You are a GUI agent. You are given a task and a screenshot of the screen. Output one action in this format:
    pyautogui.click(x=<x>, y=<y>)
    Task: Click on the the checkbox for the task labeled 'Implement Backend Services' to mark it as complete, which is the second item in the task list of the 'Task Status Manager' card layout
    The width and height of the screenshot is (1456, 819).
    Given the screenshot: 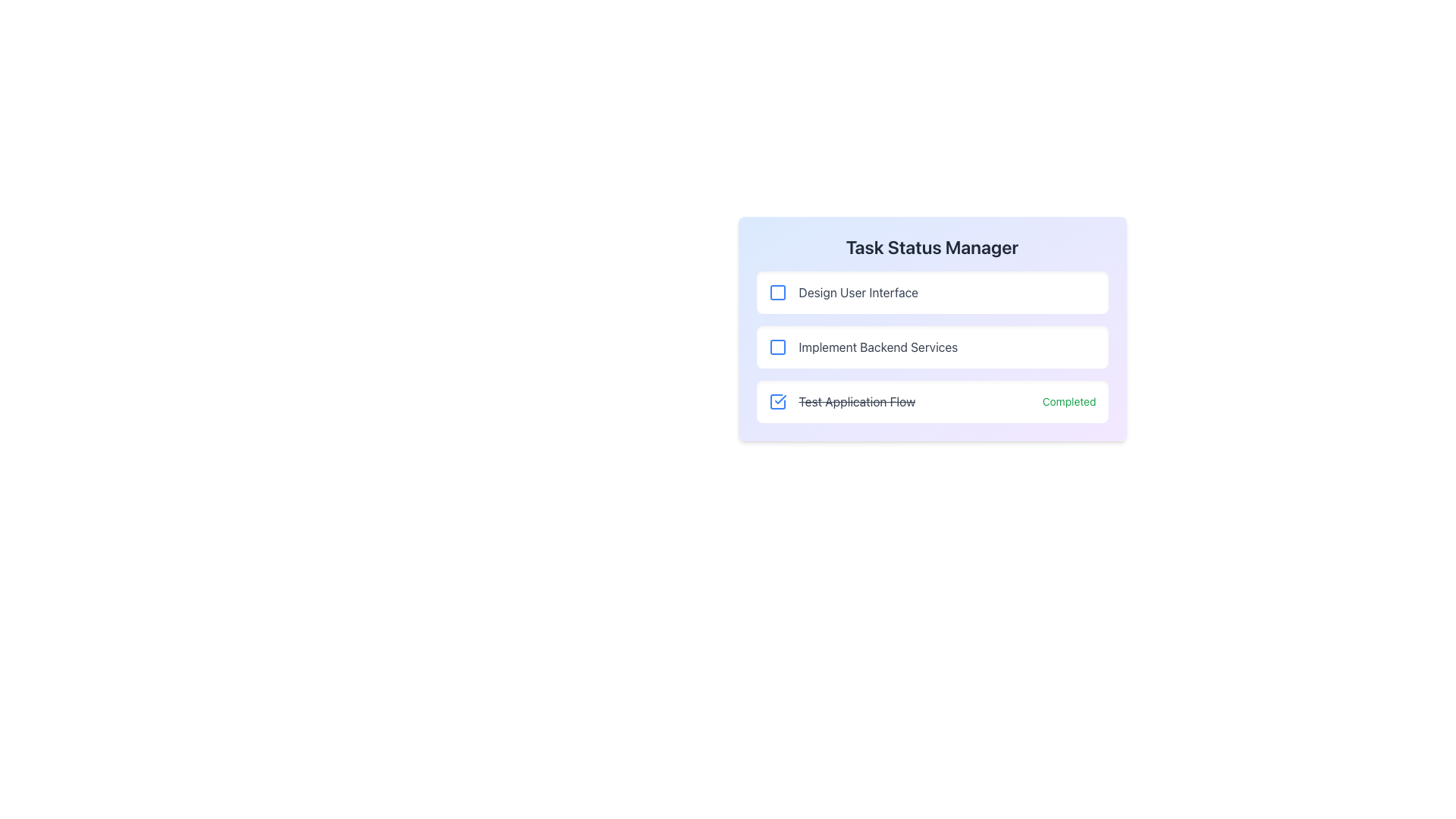 What is the action you would take?
    pyautogui.click(x=931, y=347)
    